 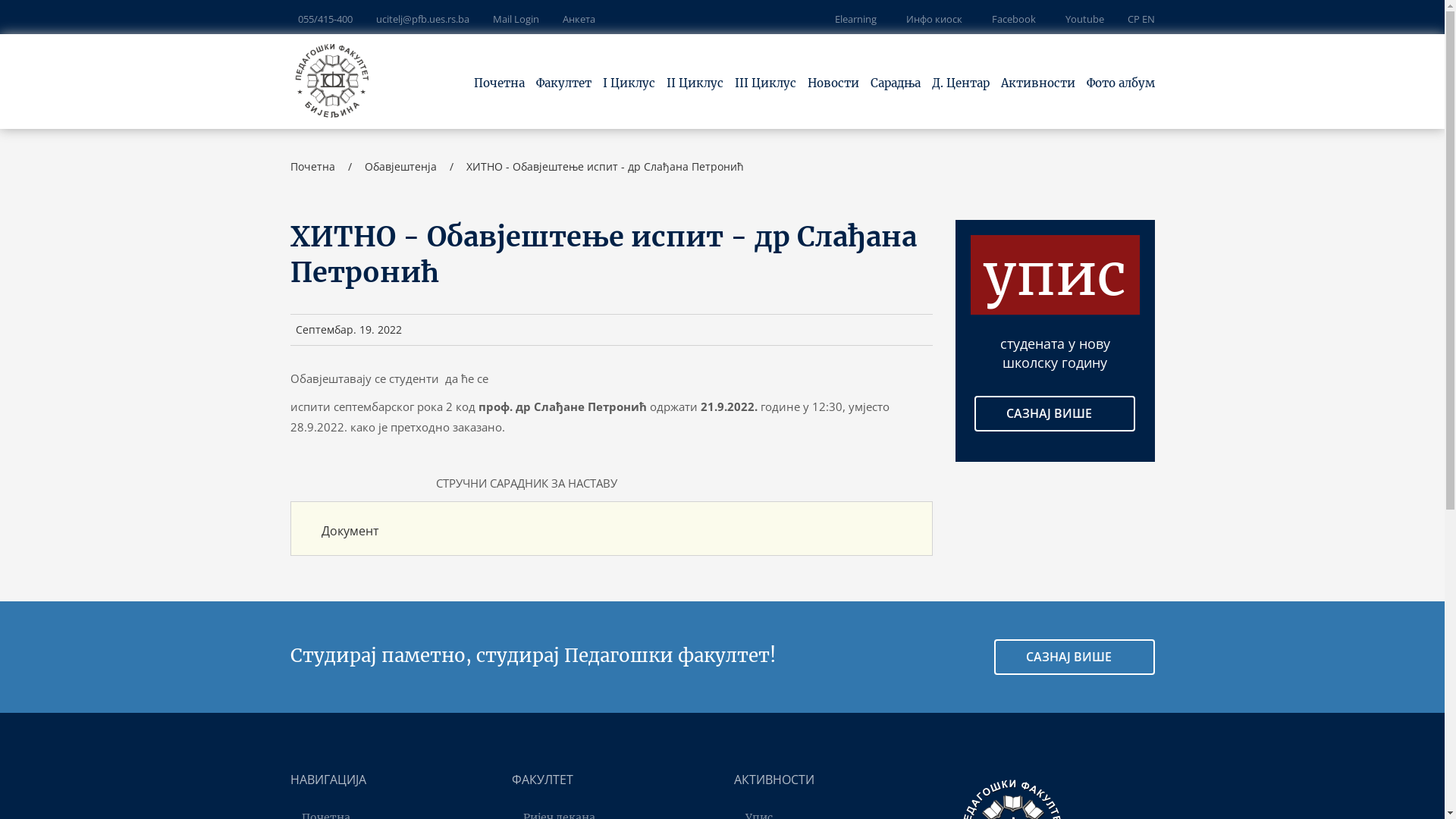 I want to click on 'Facebook', so click(x=1011, y=18).